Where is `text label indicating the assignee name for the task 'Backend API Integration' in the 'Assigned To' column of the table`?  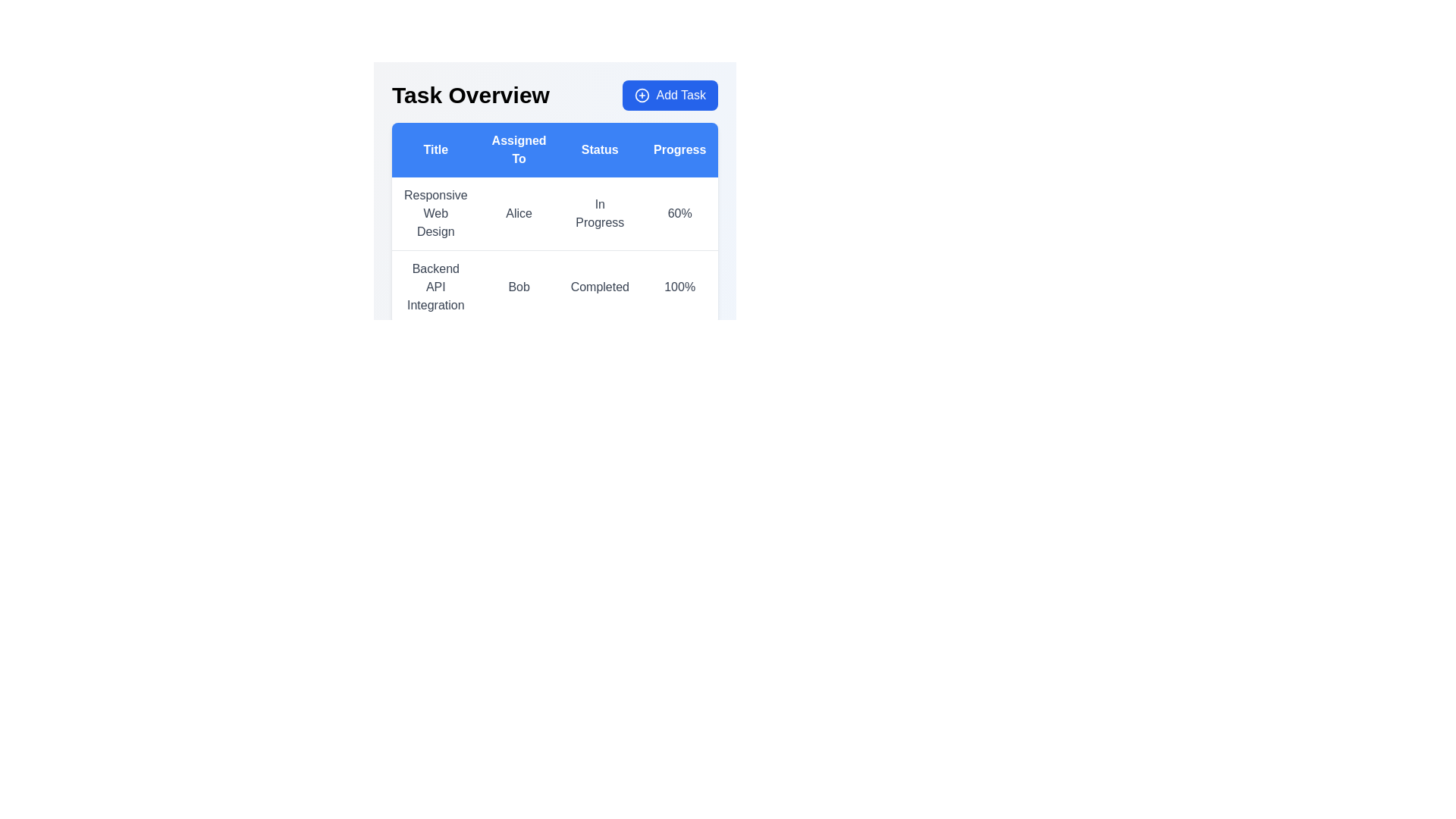
text label indicating the assignee name for the task 'Backend API Integration' in the 'Assigned To' column of the table is located at coordinates (519, 287).